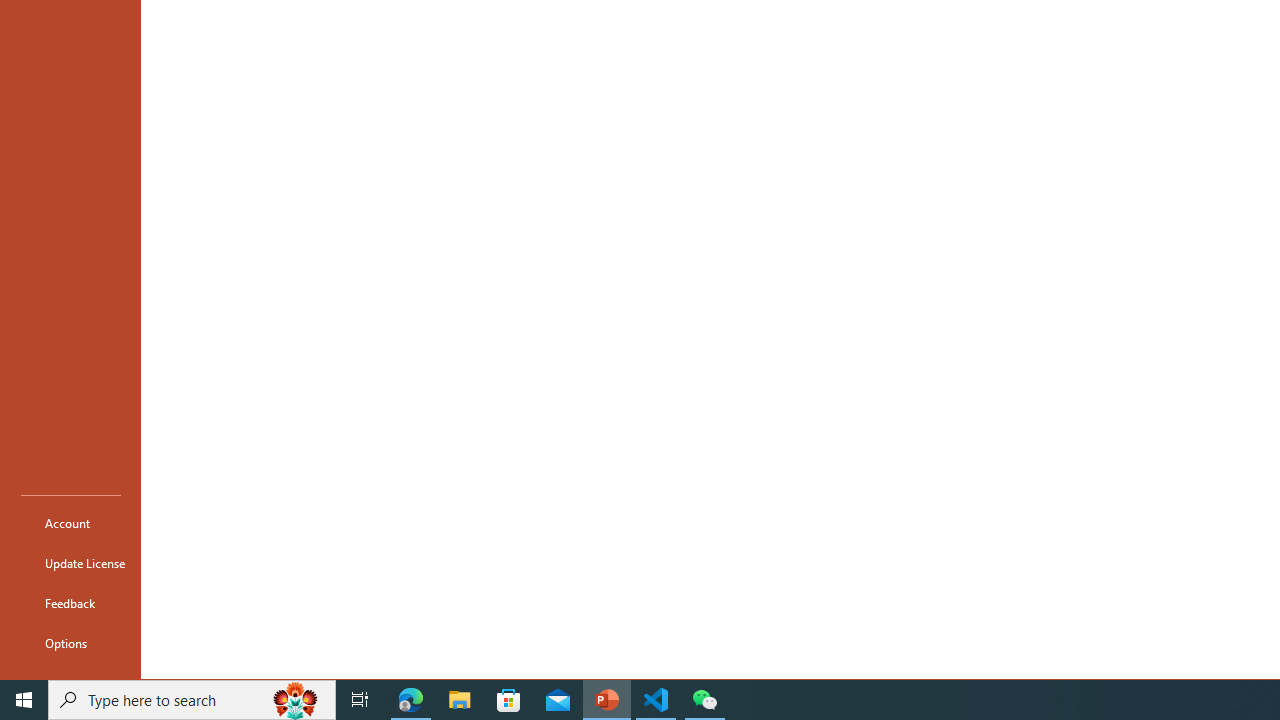 This screenshot has width=1280, height=720. I want to click on 'Account', so click(71, 522).